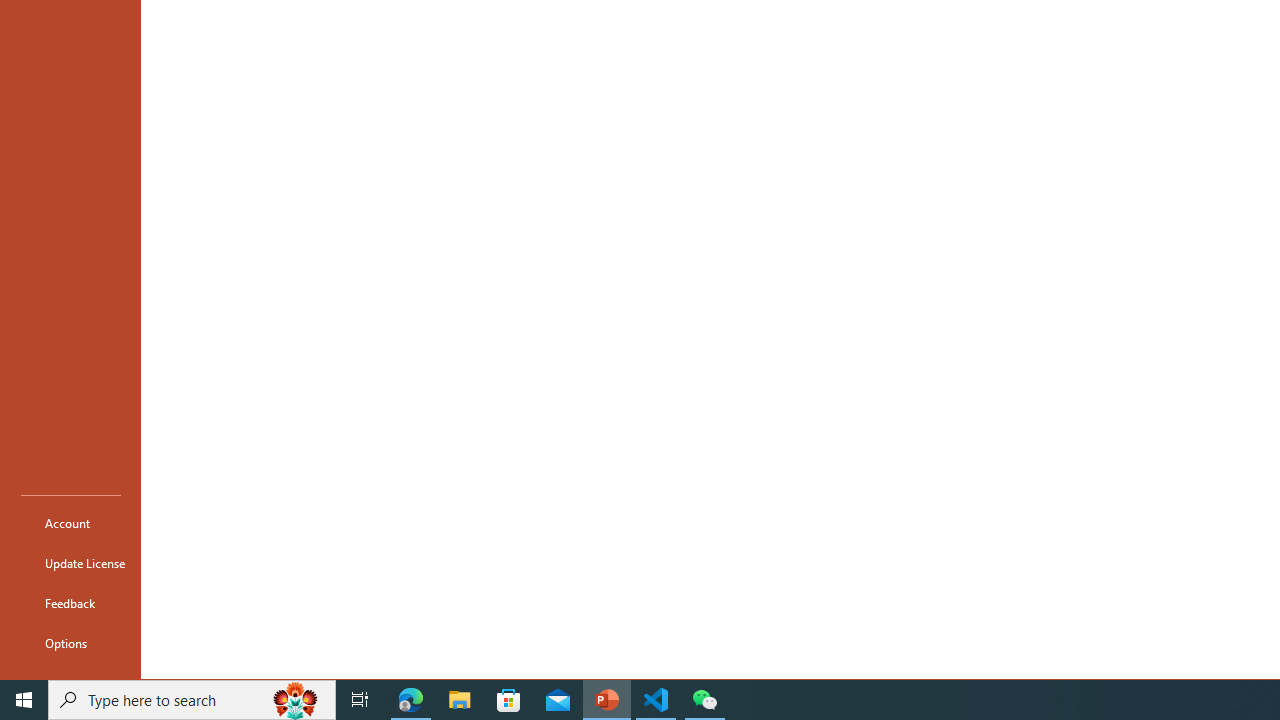 This screenshot has width=1280, height=720. I want to click on 'Account', so click(71, 522).